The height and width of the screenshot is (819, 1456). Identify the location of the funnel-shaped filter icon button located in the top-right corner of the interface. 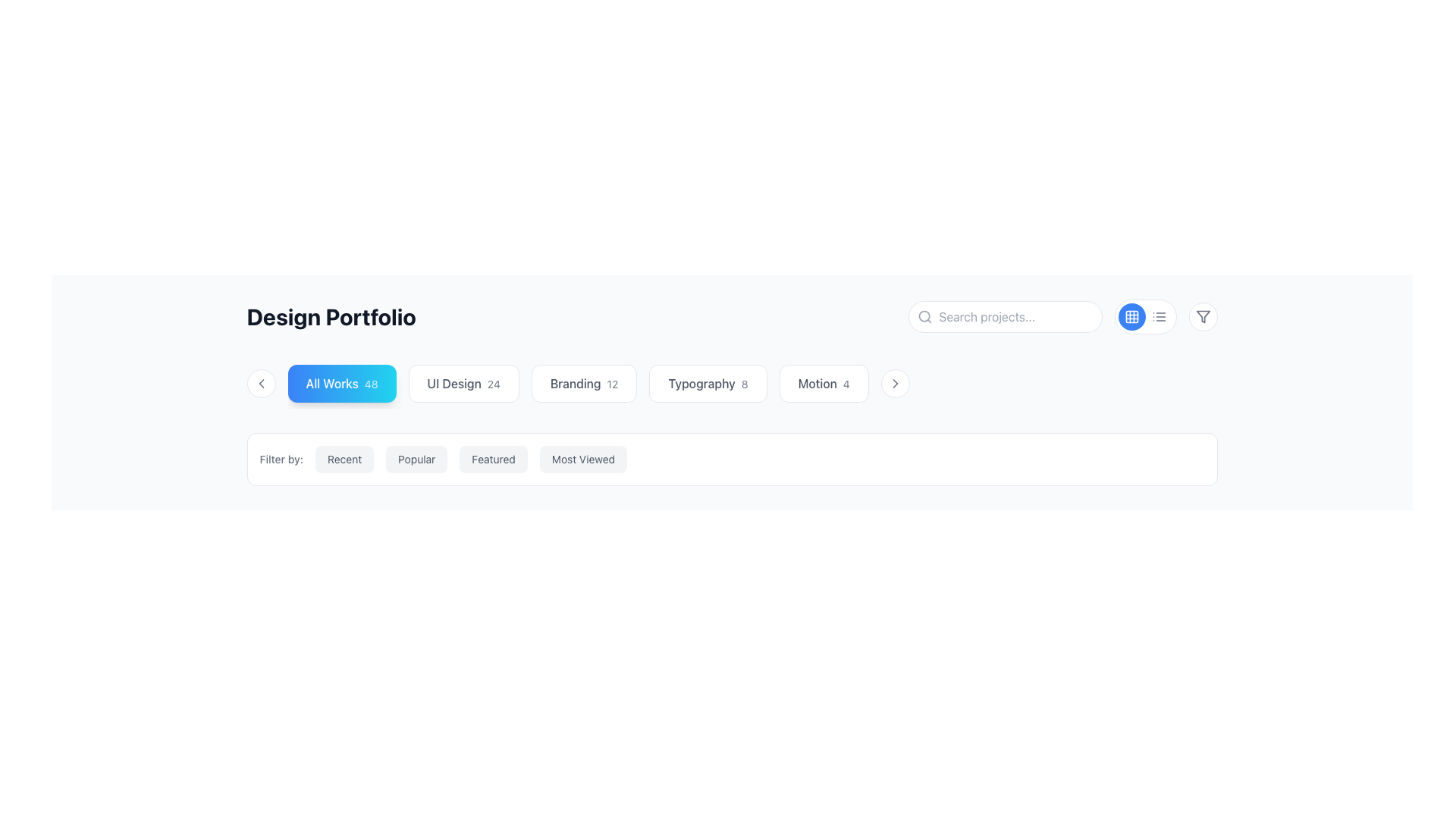
(1202, 315).